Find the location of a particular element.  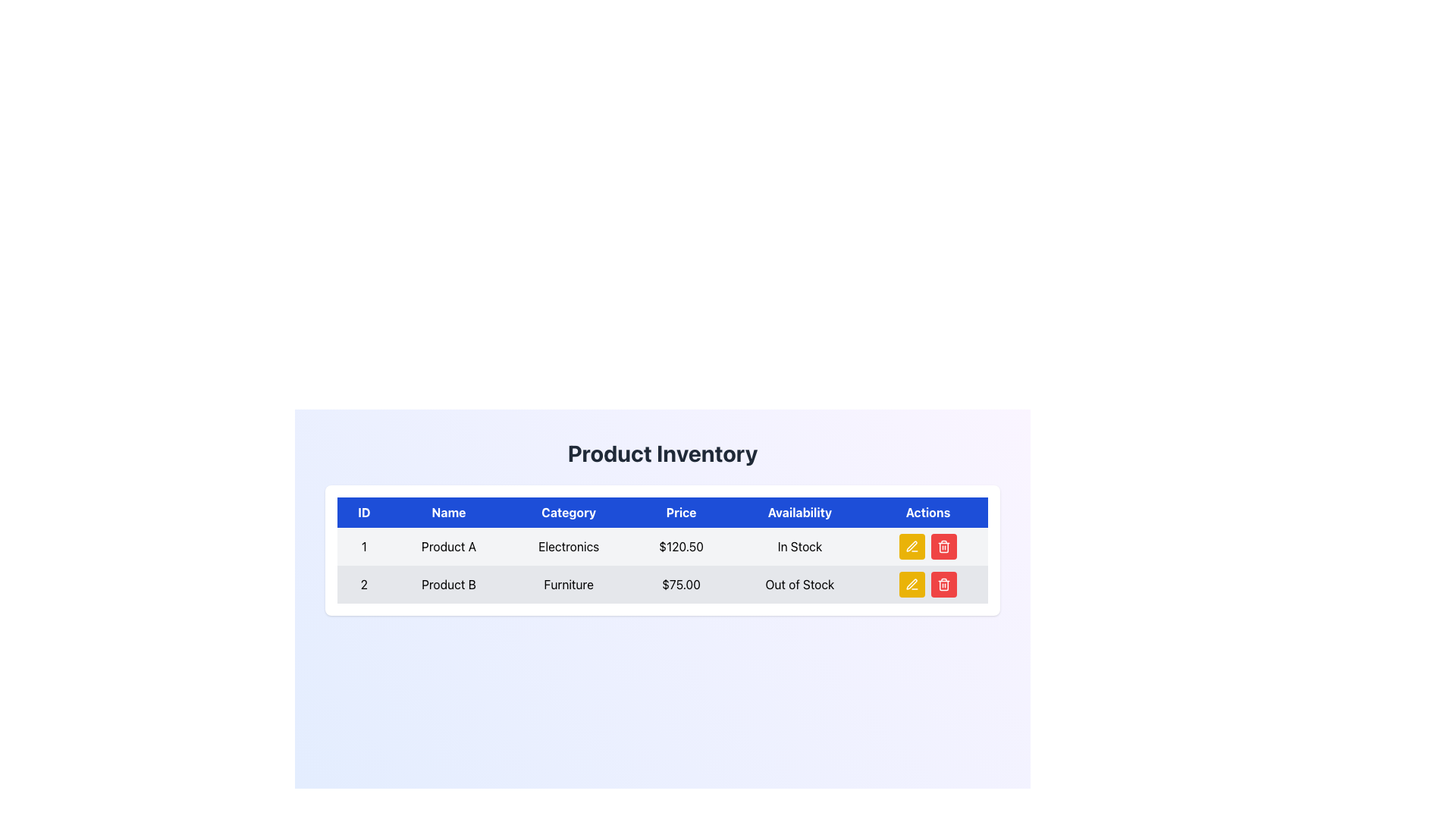

the static text display box that shows the name of the first product in the inventory table, located in the second cell of the first row under the 'Name' column is located at coordinates (447, 547).